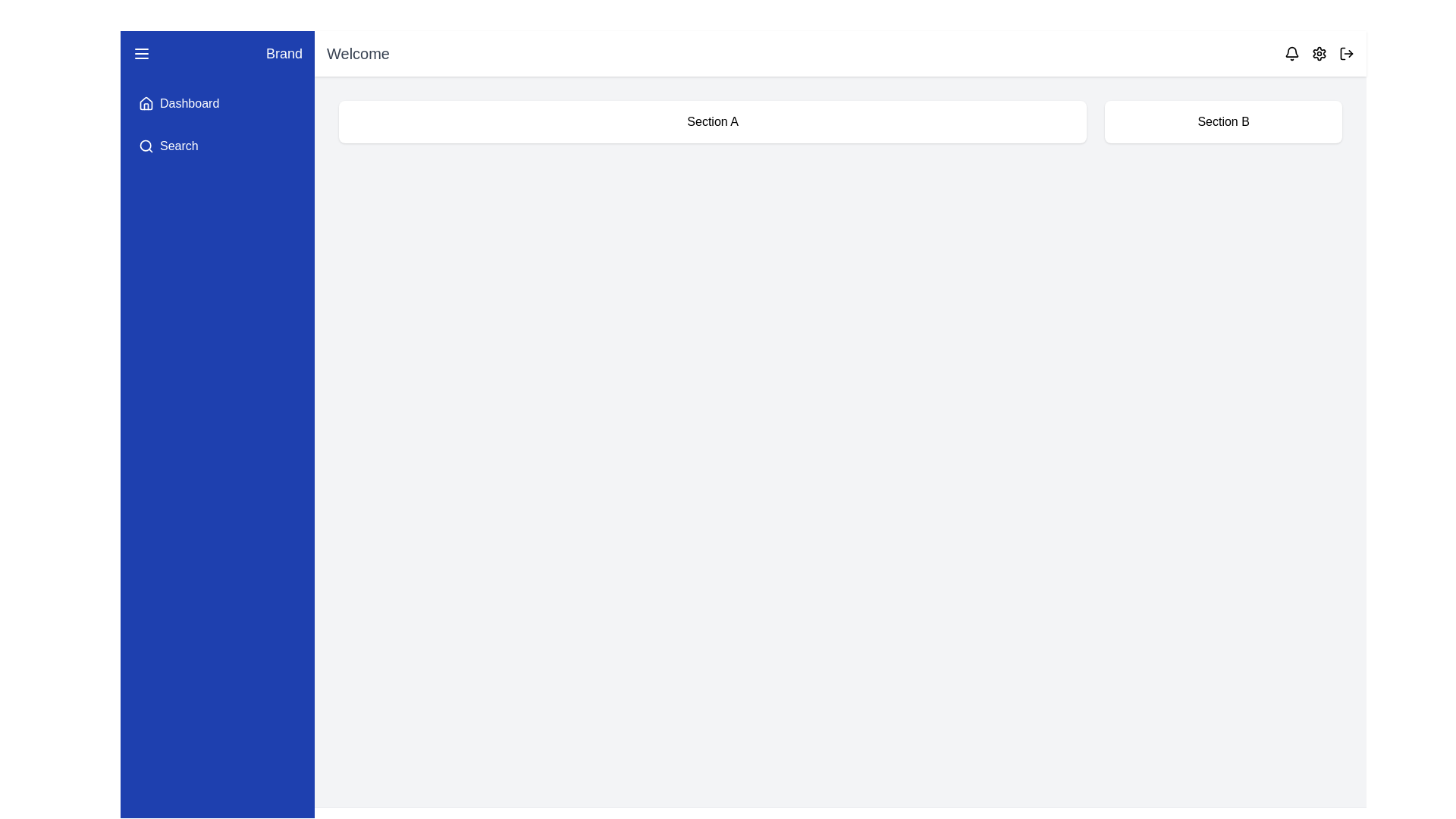 This screenshot has height=819, width=1456. I want to click on the logout icon button, which is a small icon with an arrow pointing out of a rectangle, located in the upper right corner of the interface, so click(1347, 52).